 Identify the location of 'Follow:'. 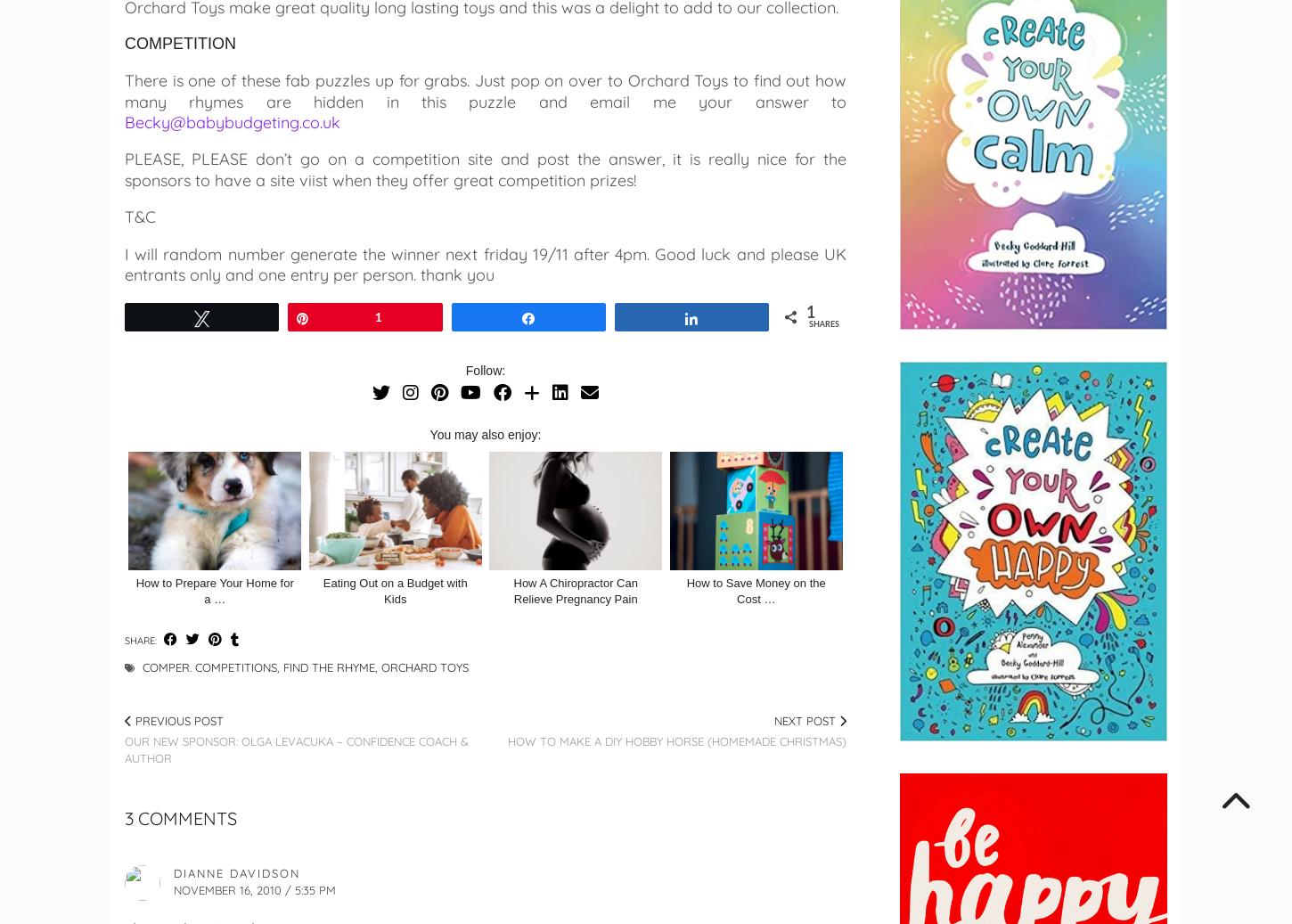
(485, 370).